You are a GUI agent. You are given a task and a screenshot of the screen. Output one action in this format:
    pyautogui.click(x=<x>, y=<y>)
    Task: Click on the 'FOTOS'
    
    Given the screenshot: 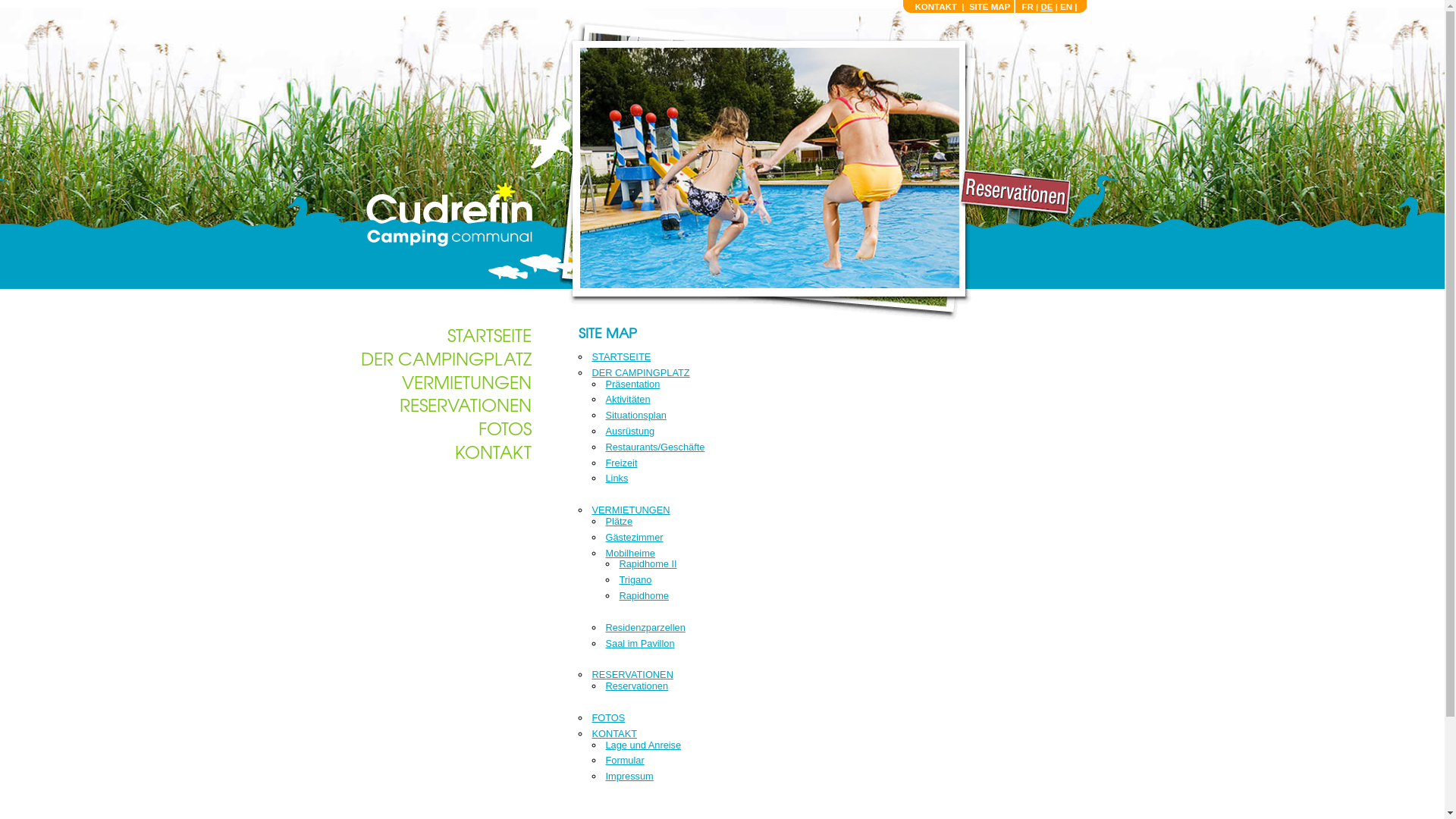 What is the action you would take?
    pyautogui.click(x=504, y=427)
    